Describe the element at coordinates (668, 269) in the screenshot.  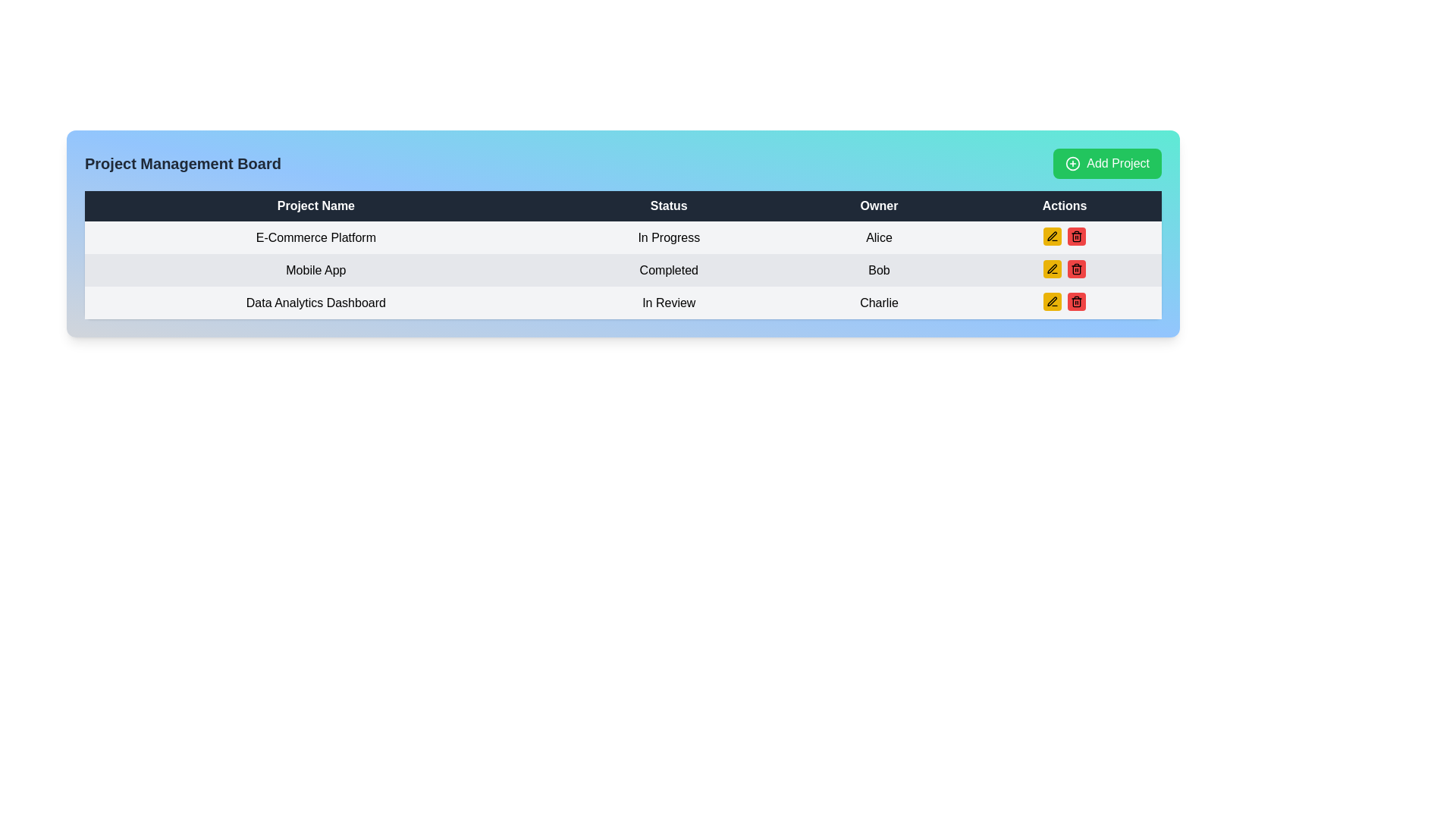
I see `the static text label displaying 'Completed' in the 'Status' column of the 'Mobile App' row in the table-like interface` at that location.